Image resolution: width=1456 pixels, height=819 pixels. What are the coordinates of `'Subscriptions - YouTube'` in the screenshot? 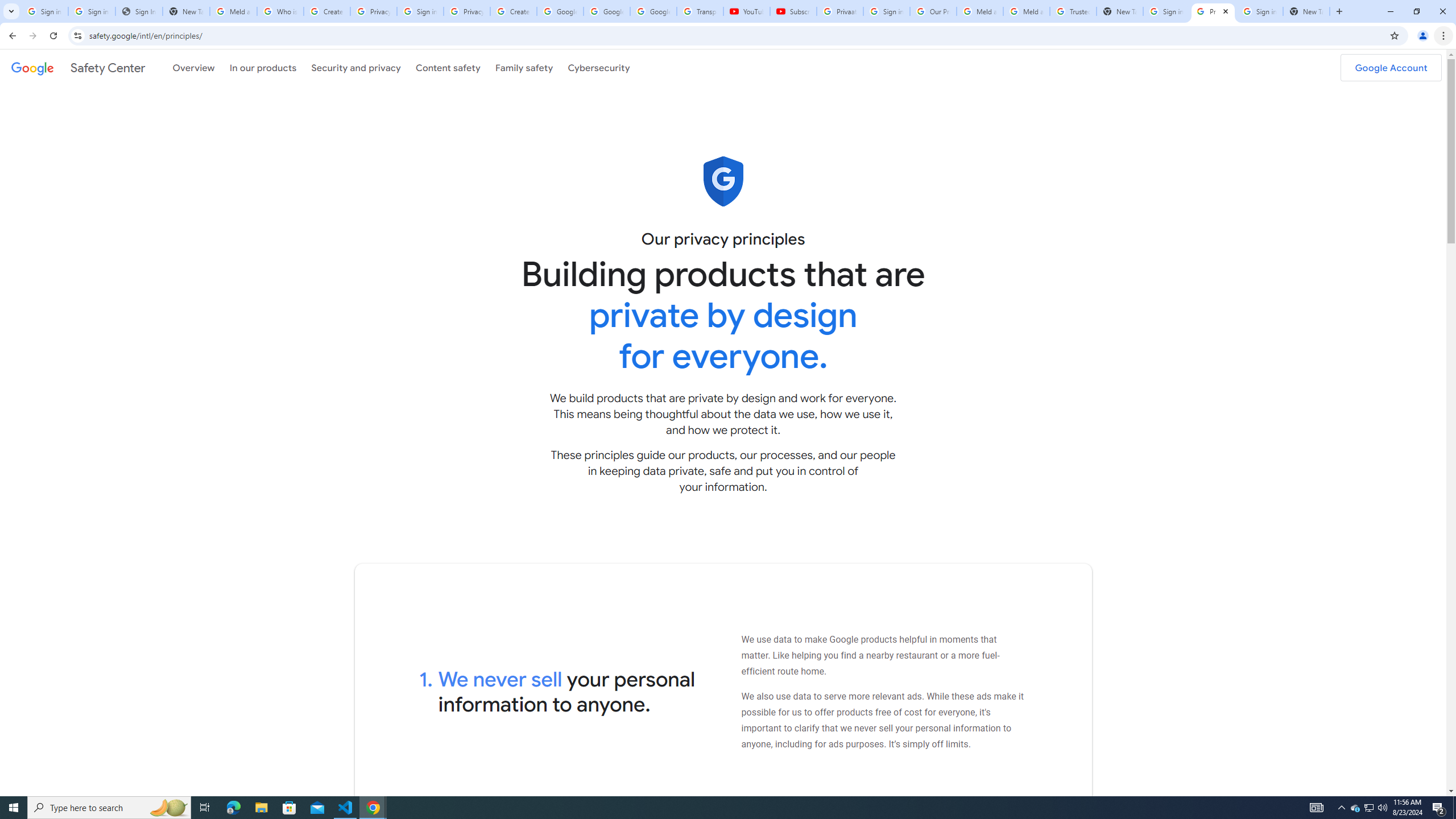 It's located at (792, 11).